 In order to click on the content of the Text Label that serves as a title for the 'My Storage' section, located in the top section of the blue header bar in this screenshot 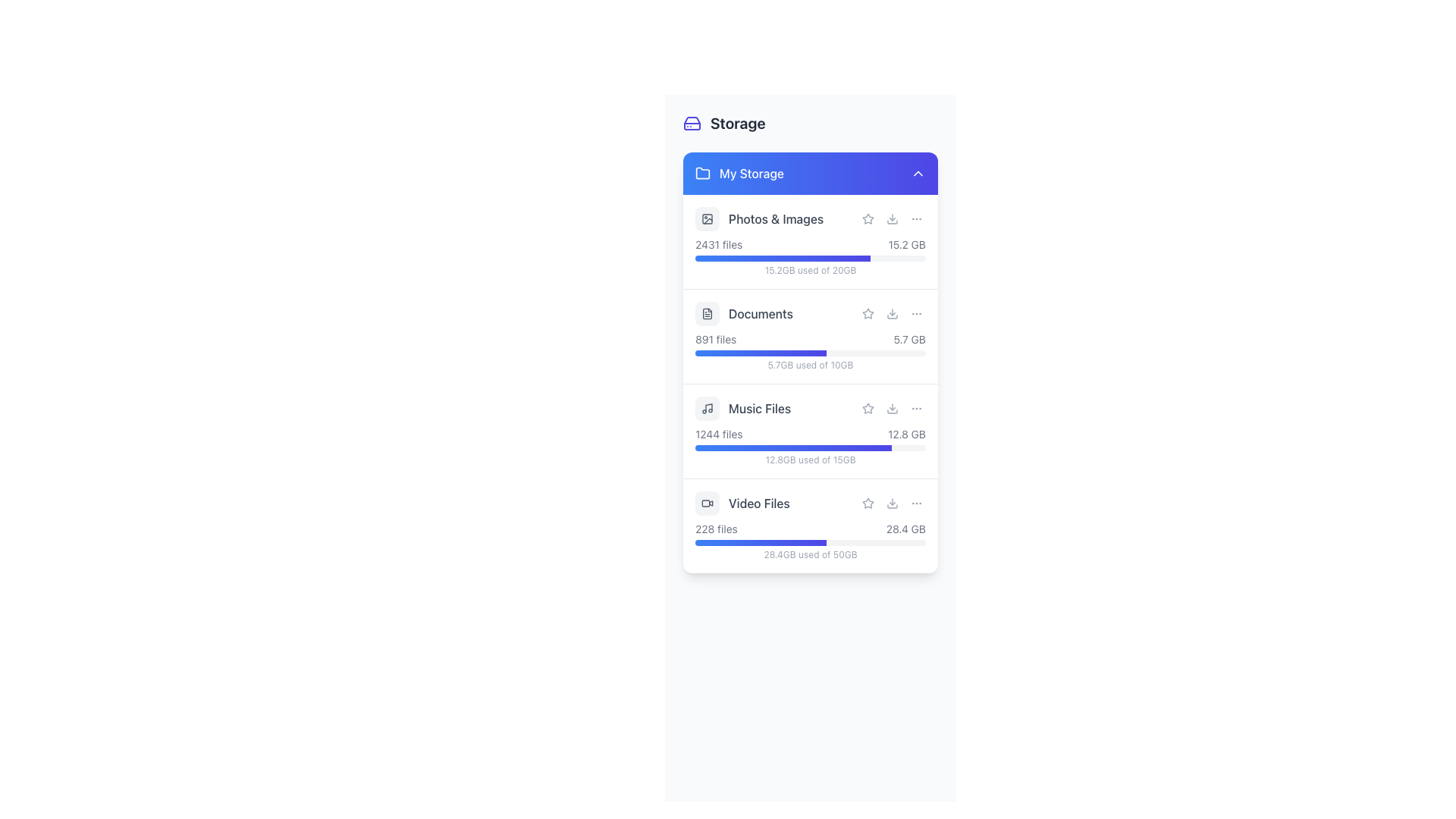, I will do `click(752, 172)`.